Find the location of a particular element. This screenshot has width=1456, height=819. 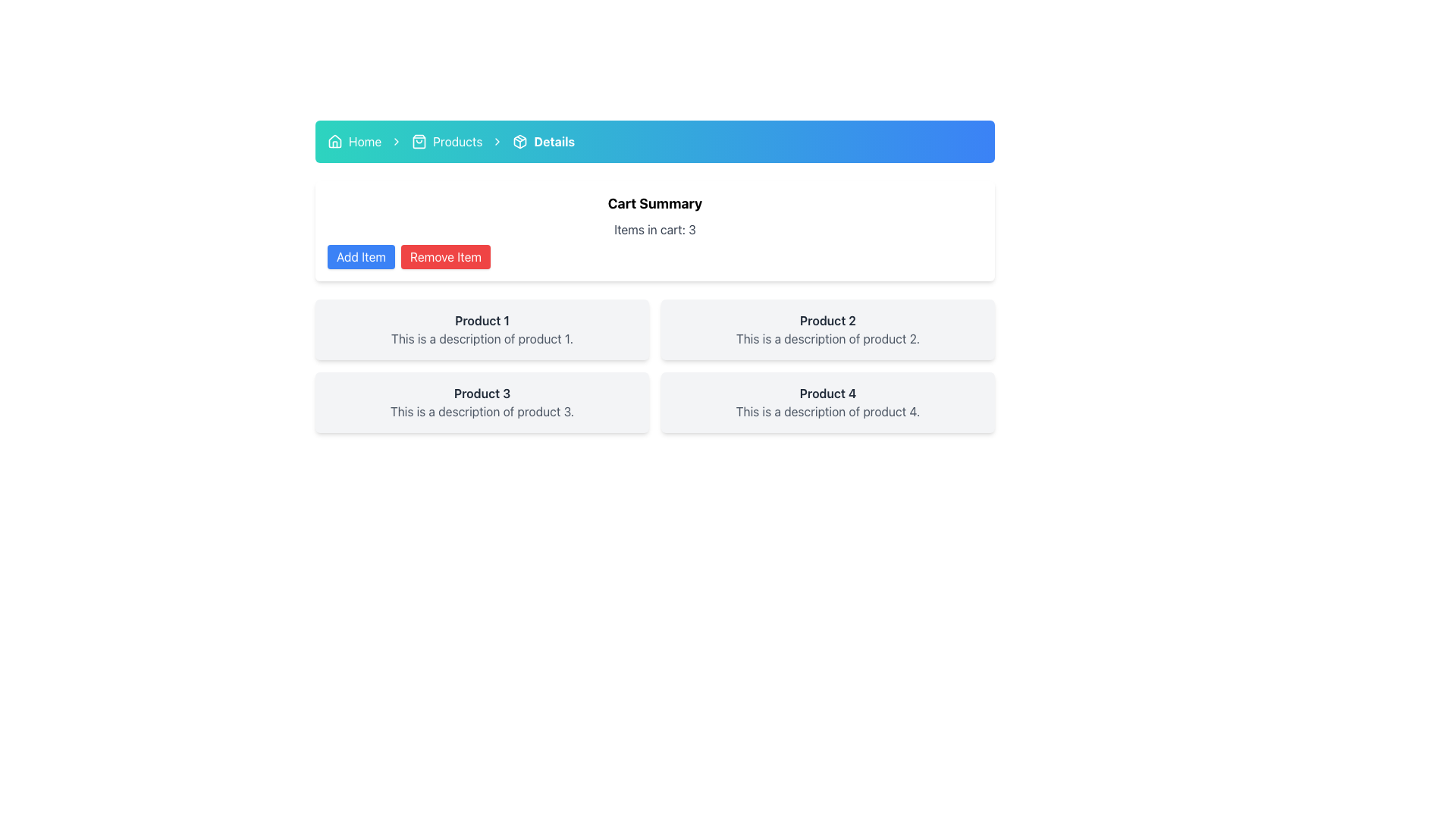

the 'Add Item' button located to the left side of the horizontal arrangement of buttons under the 'Cart Summary' section is located at coordinates (360, 256).